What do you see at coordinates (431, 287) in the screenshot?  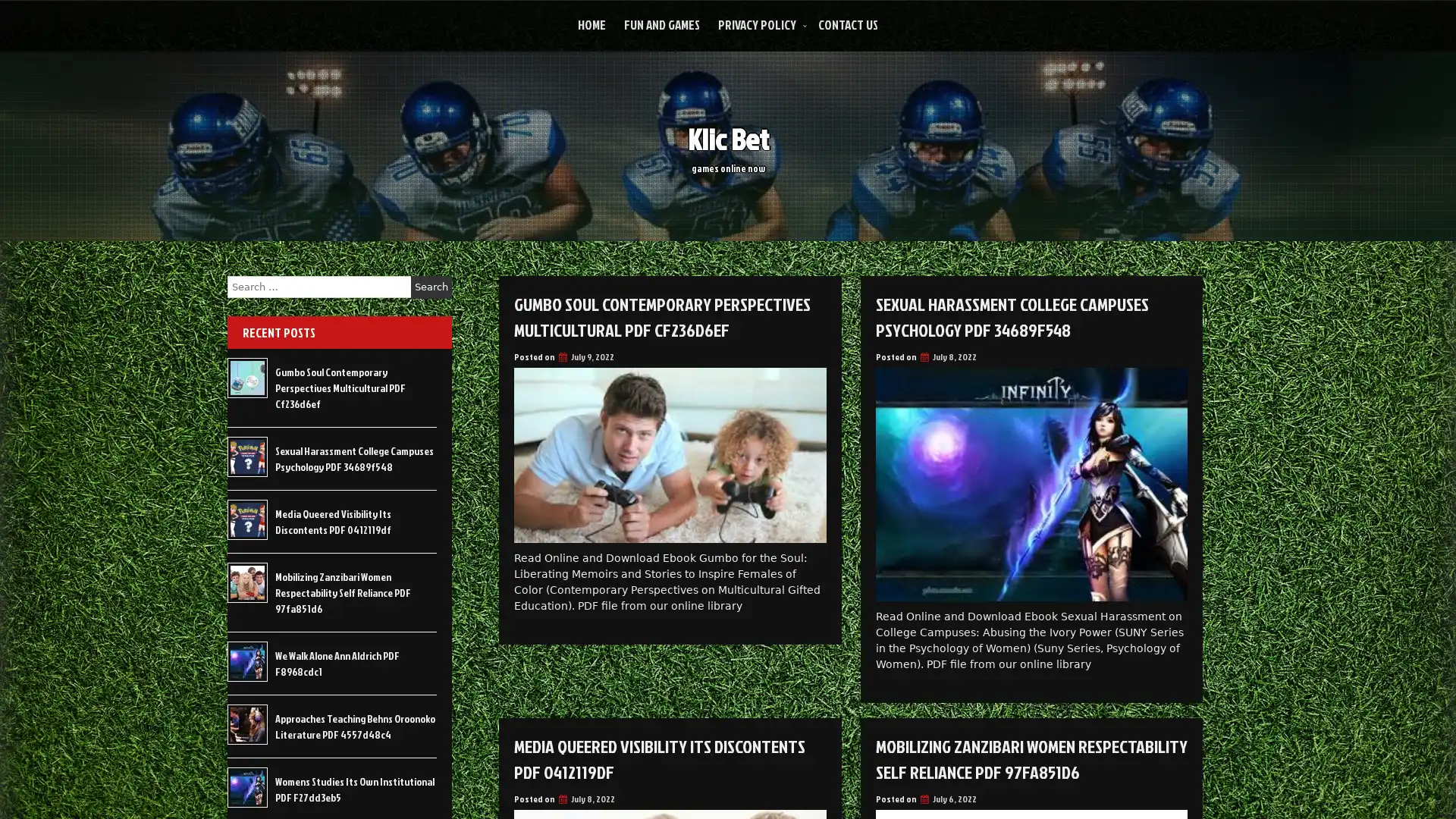 I see `Search` at bounding box center [431, 287].